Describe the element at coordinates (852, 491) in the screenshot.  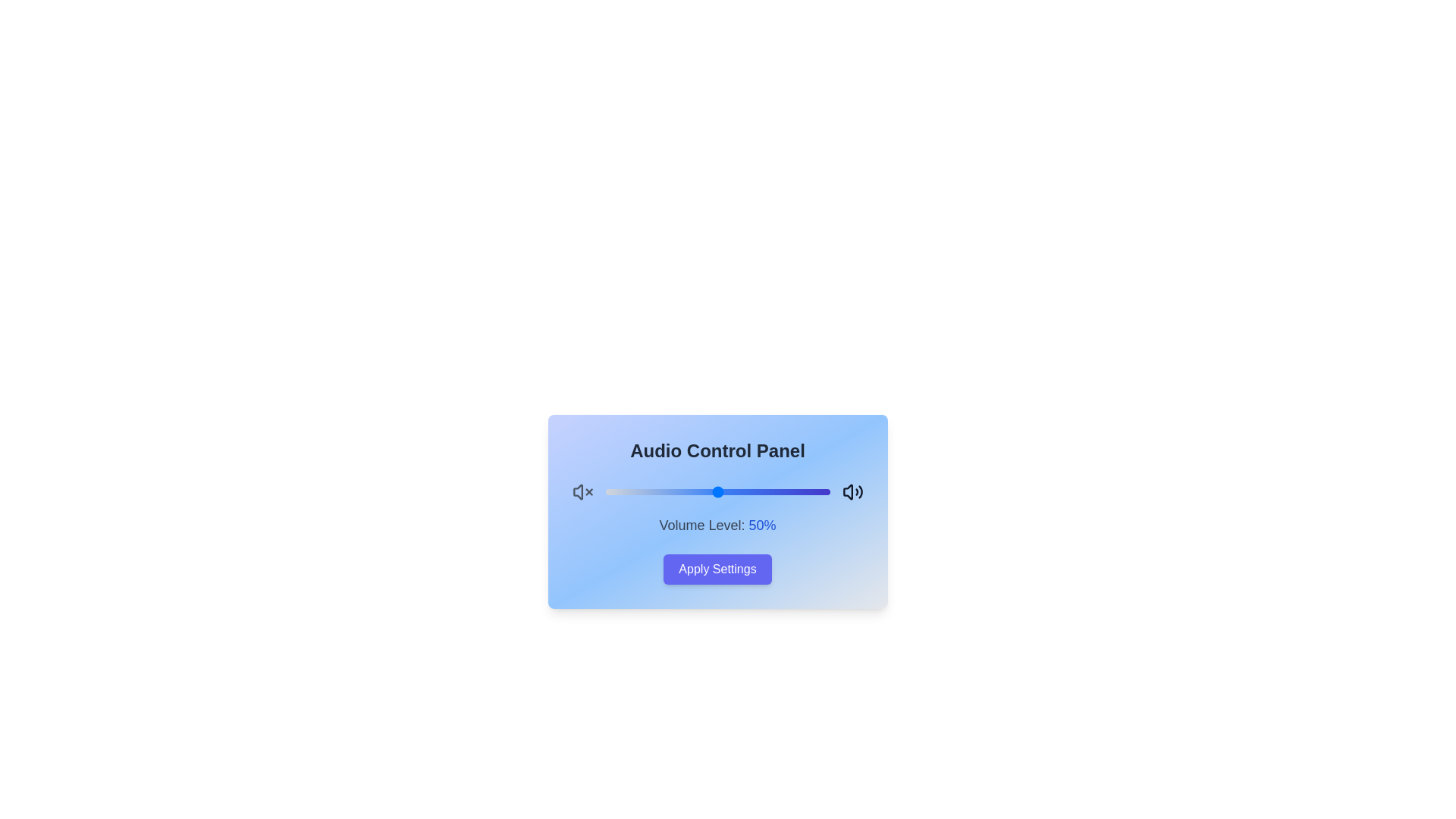
I see `the unmute volume icon to toggle the audio state` at that location.